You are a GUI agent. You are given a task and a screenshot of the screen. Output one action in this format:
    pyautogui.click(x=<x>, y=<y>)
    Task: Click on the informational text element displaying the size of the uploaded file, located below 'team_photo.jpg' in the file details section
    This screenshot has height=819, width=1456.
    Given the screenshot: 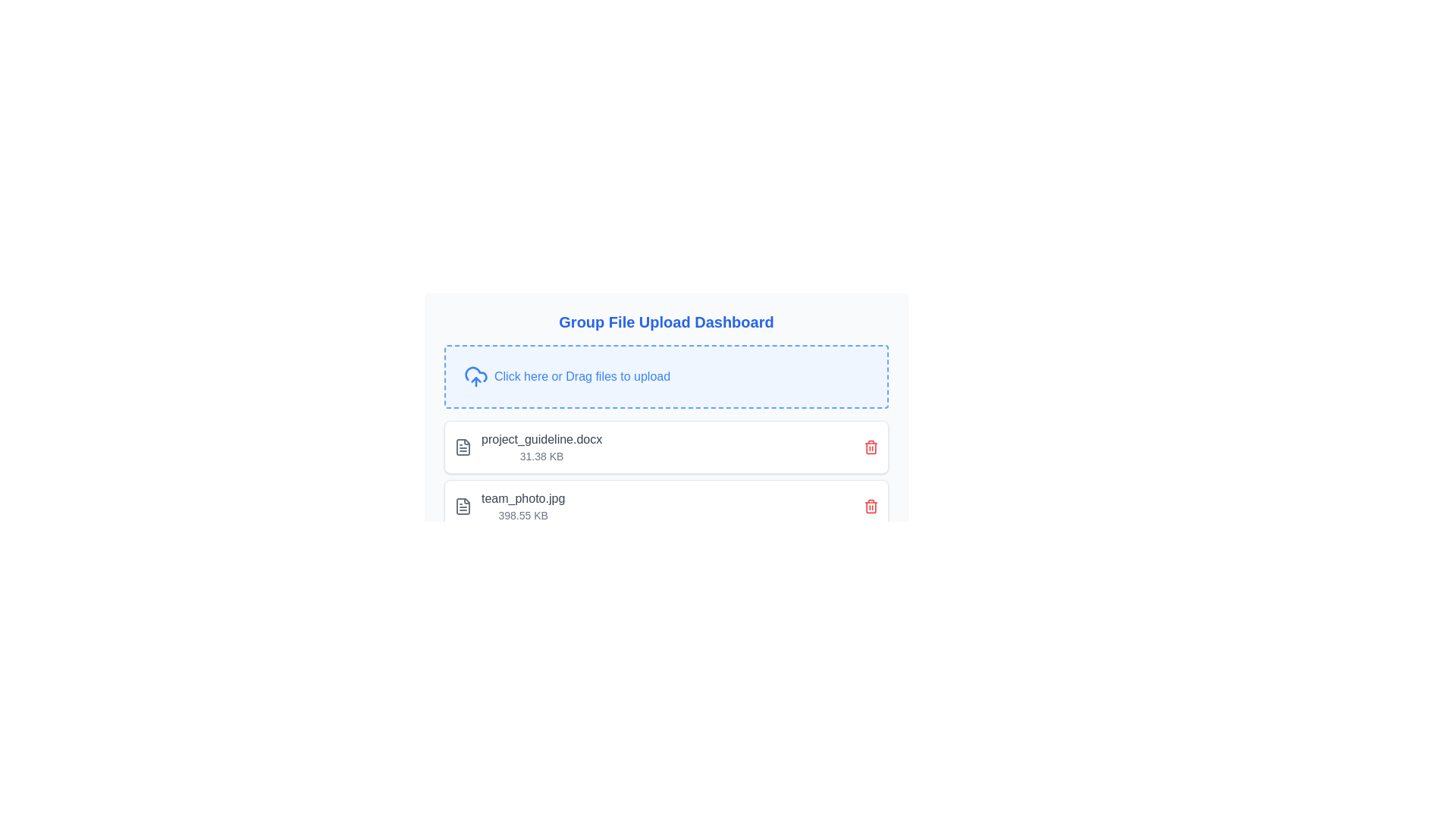 What is the action you would take?
    pyautogui.click(x=523, y=514)
    